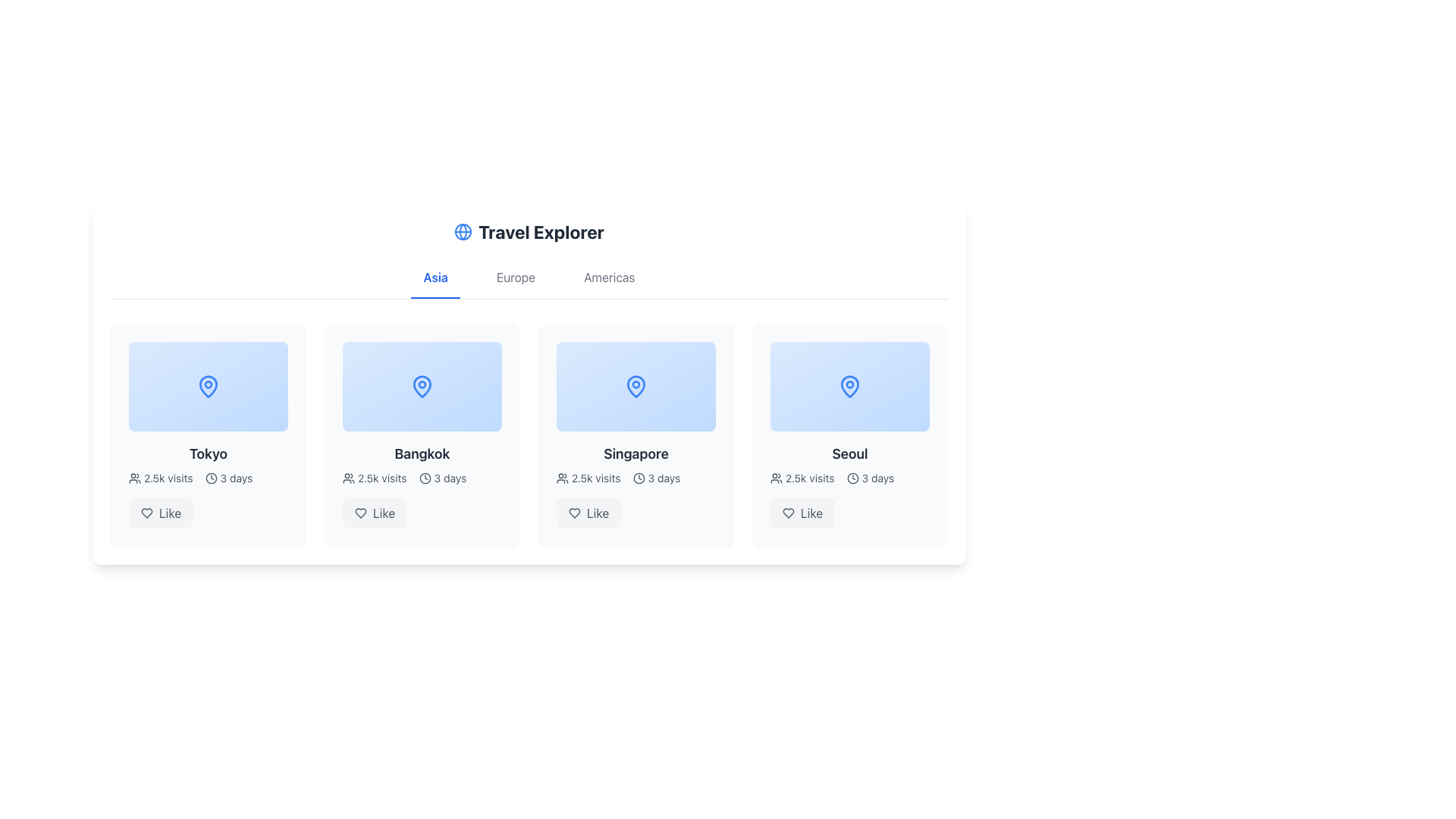 This screenshot has height=819, width=1456. What do you see at coordinates (609, 284) in the screenshot?
I see `the interactive text label for the Americas, which is the third item in the horizontal navigation bar` at bounding box center [609, 284].